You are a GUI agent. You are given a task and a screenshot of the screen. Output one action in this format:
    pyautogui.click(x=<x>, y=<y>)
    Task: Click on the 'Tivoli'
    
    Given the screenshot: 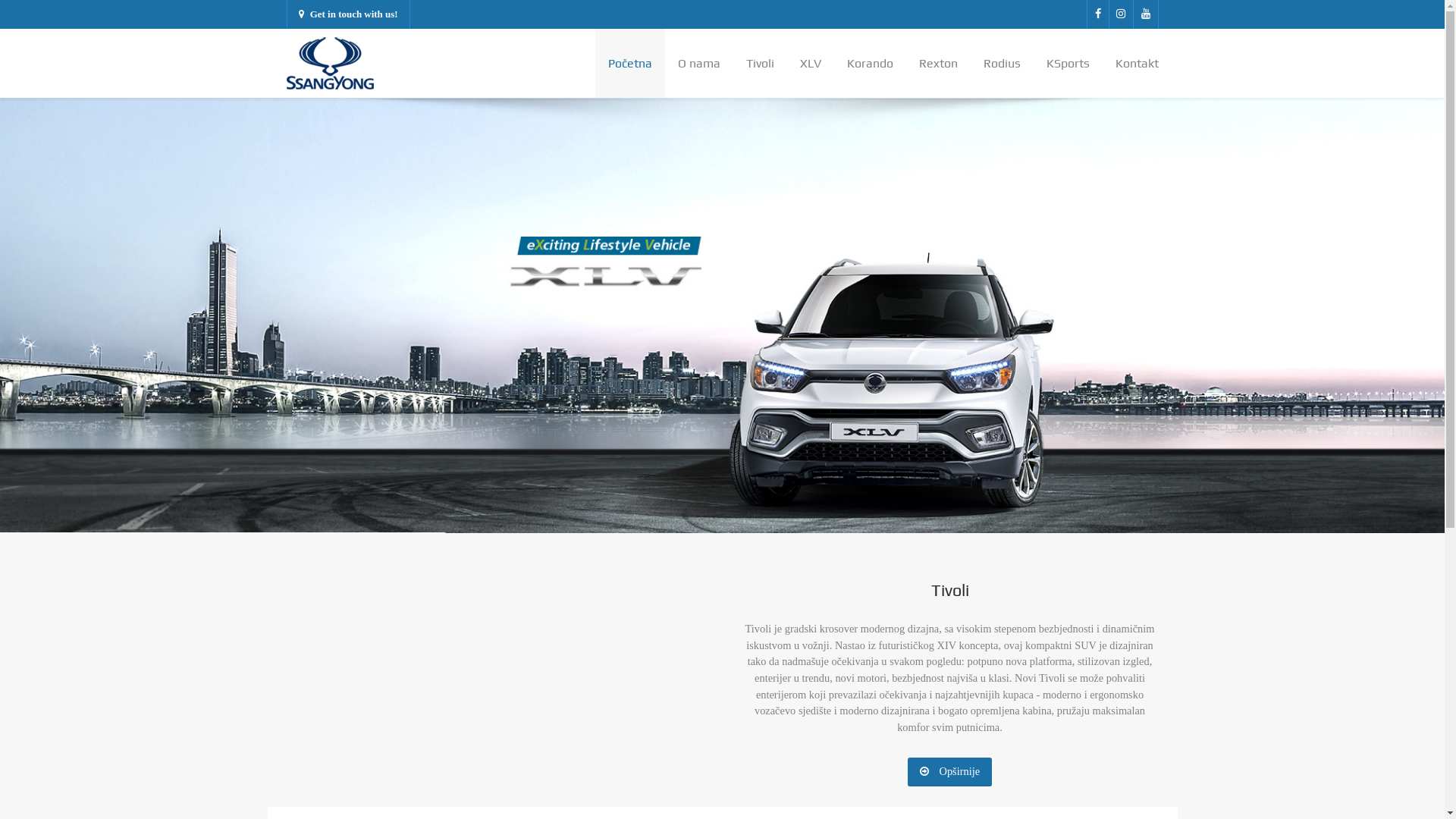 What is the action you would take?
    pyautogui.click(x=732, y=62)
    